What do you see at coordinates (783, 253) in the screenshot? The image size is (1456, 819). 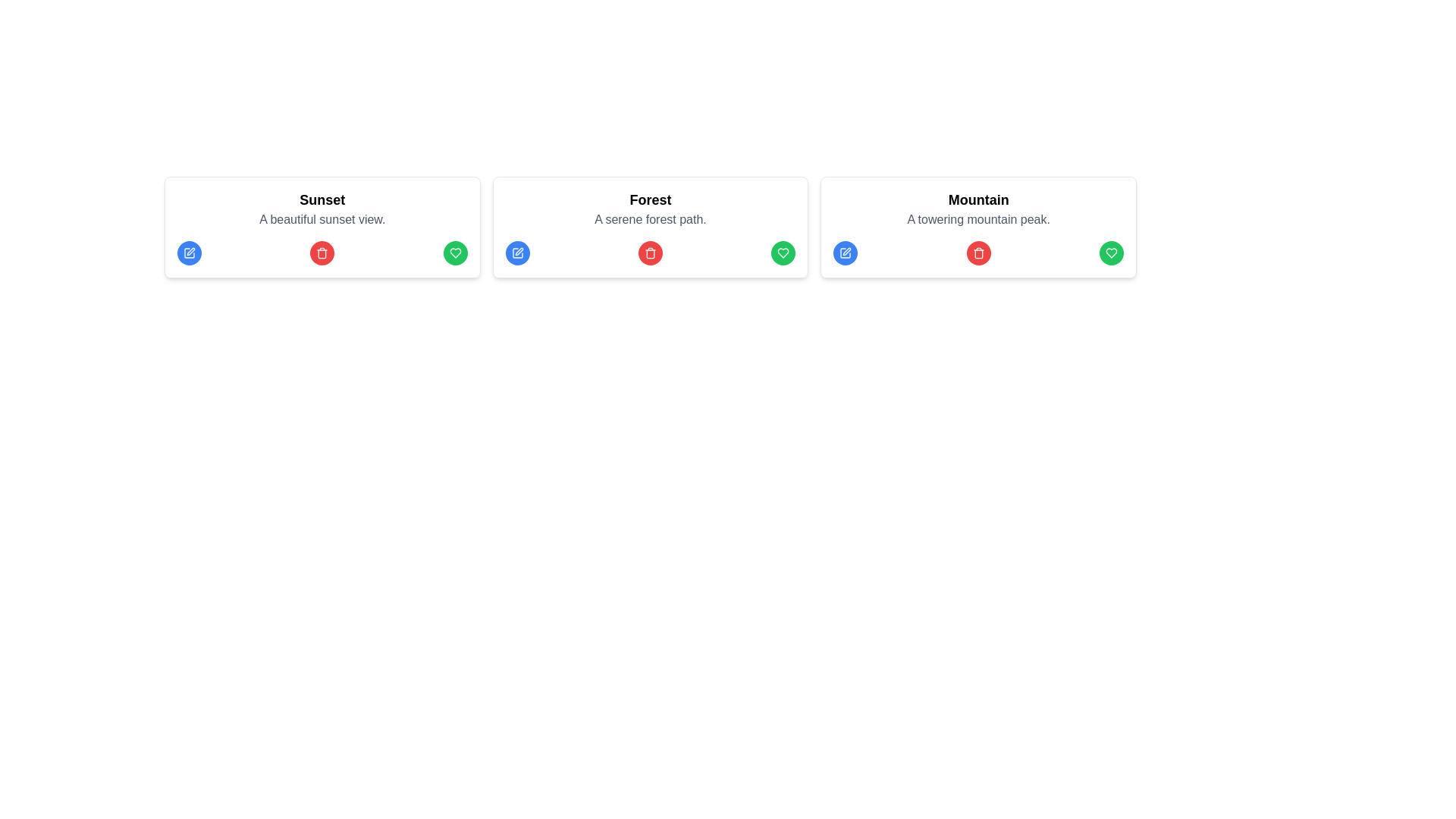 I see `the heart icon embedded in the green circular button at the bottom right corner of the 'Forest' card` at bounding box center [783, 253].